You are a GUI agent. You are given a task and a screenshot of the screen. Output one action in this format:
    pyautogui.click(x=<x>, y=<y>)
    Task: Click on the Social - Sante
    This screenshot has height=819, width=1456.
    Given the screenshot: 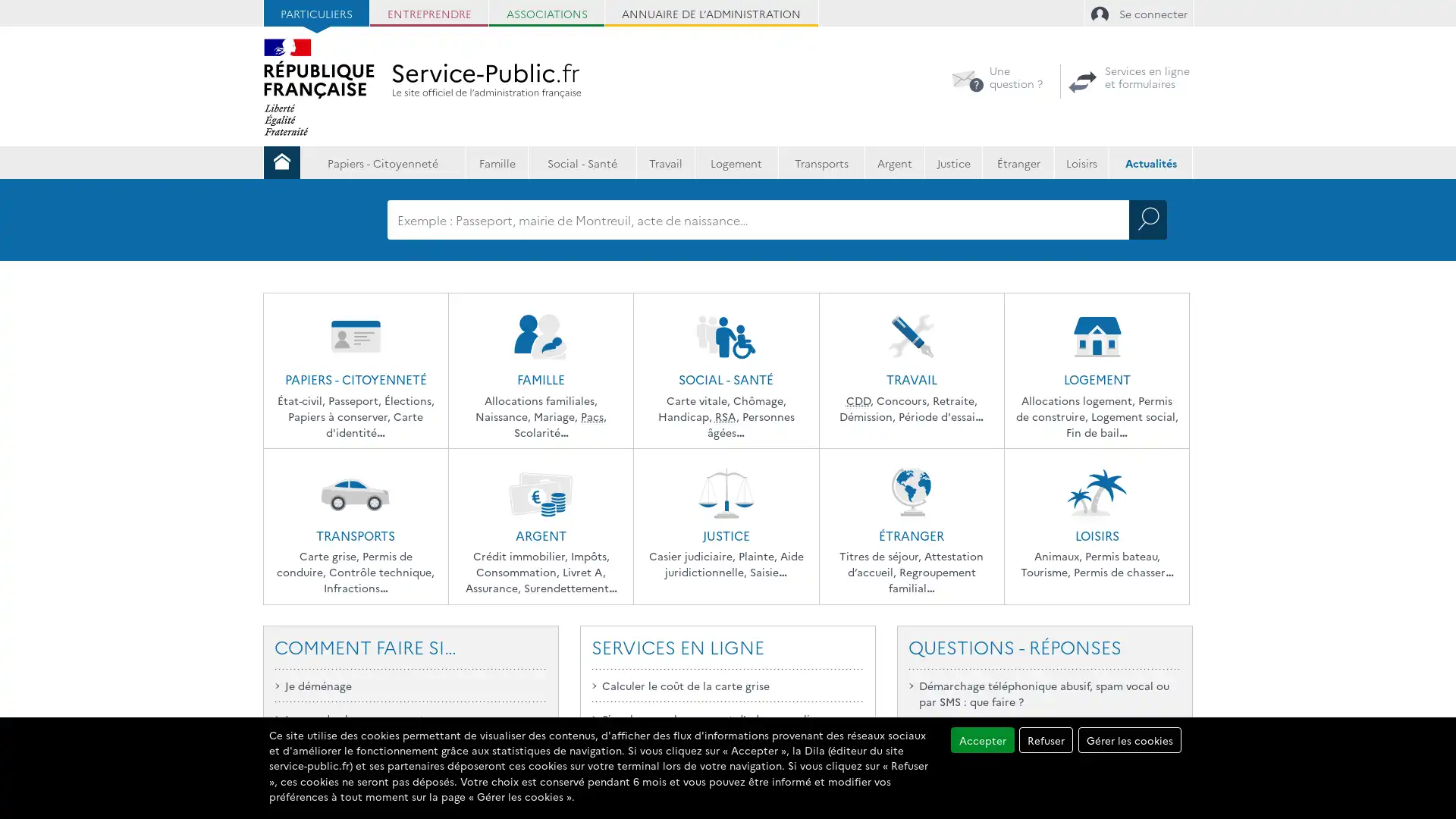 What is the action you would take?
    pyautogui.click(x=582, y=162)
    